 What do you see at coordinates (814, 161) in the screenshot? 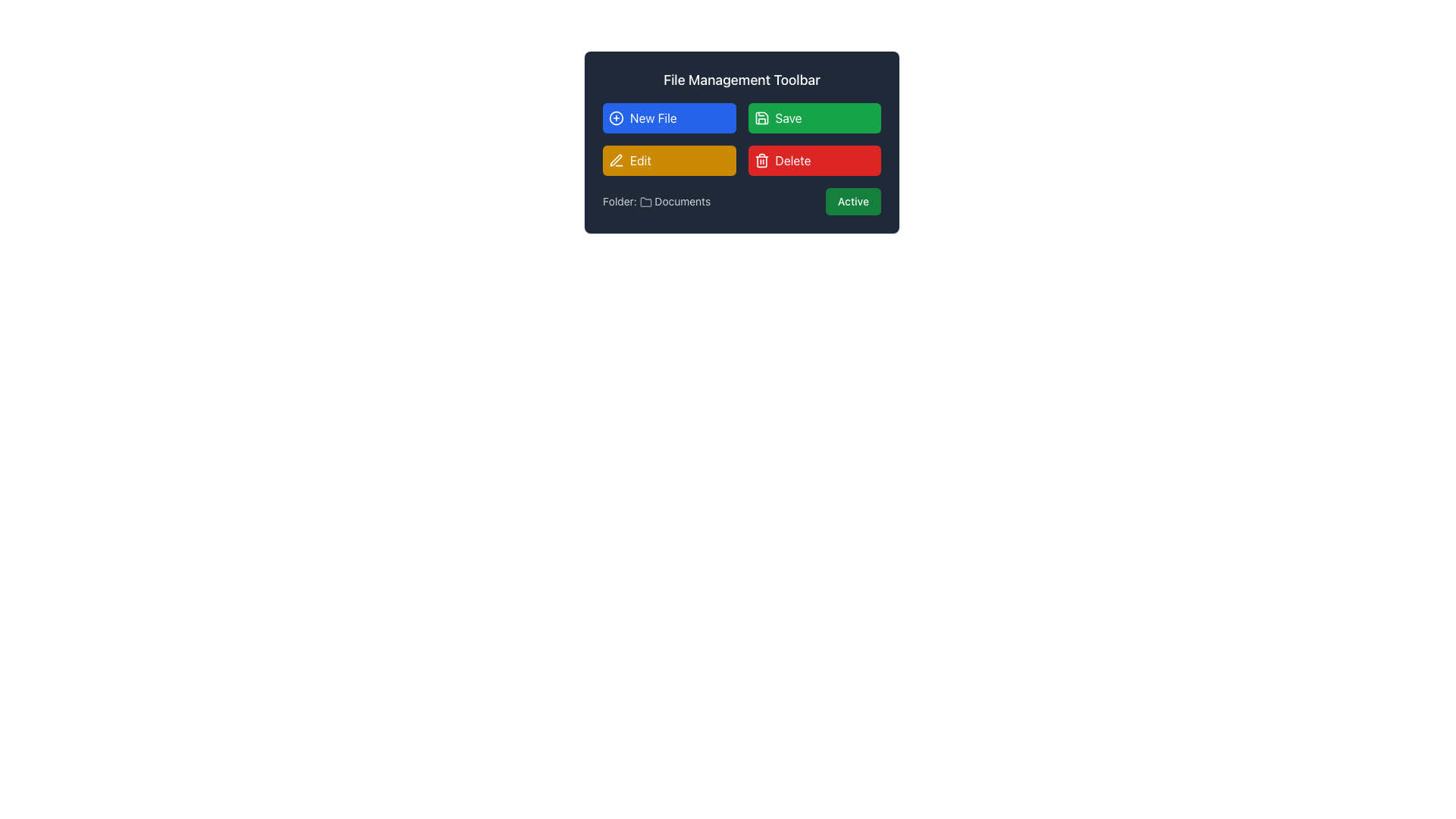
I see `the 'Delete' button, which is a rectangular button with a red background, white trash can icon, and white text, located in the bottom-right corner of the grid layout` at bounding box center [814, 161].